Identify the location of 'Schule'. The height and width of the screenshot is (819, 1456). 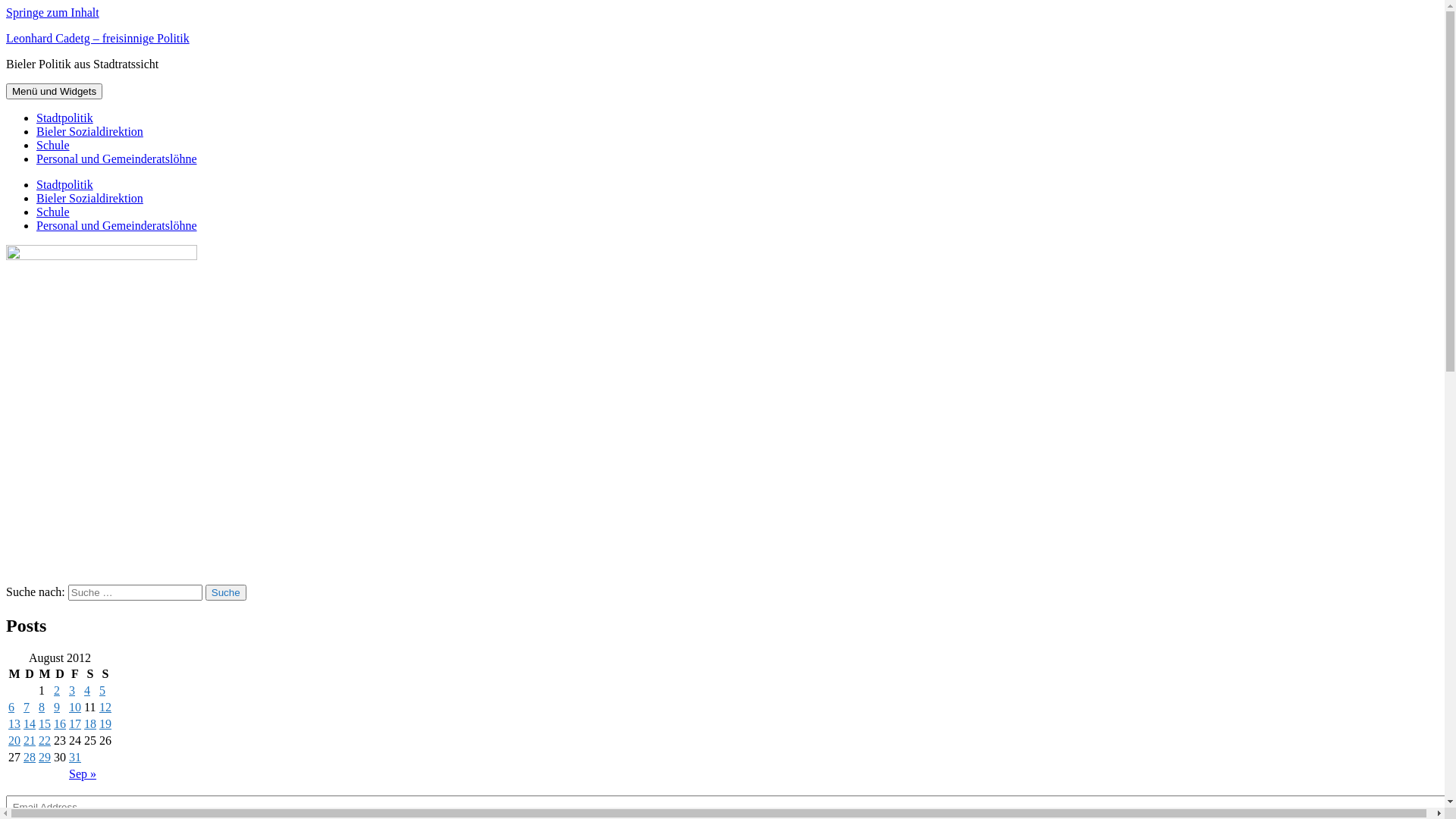
(53, 212).